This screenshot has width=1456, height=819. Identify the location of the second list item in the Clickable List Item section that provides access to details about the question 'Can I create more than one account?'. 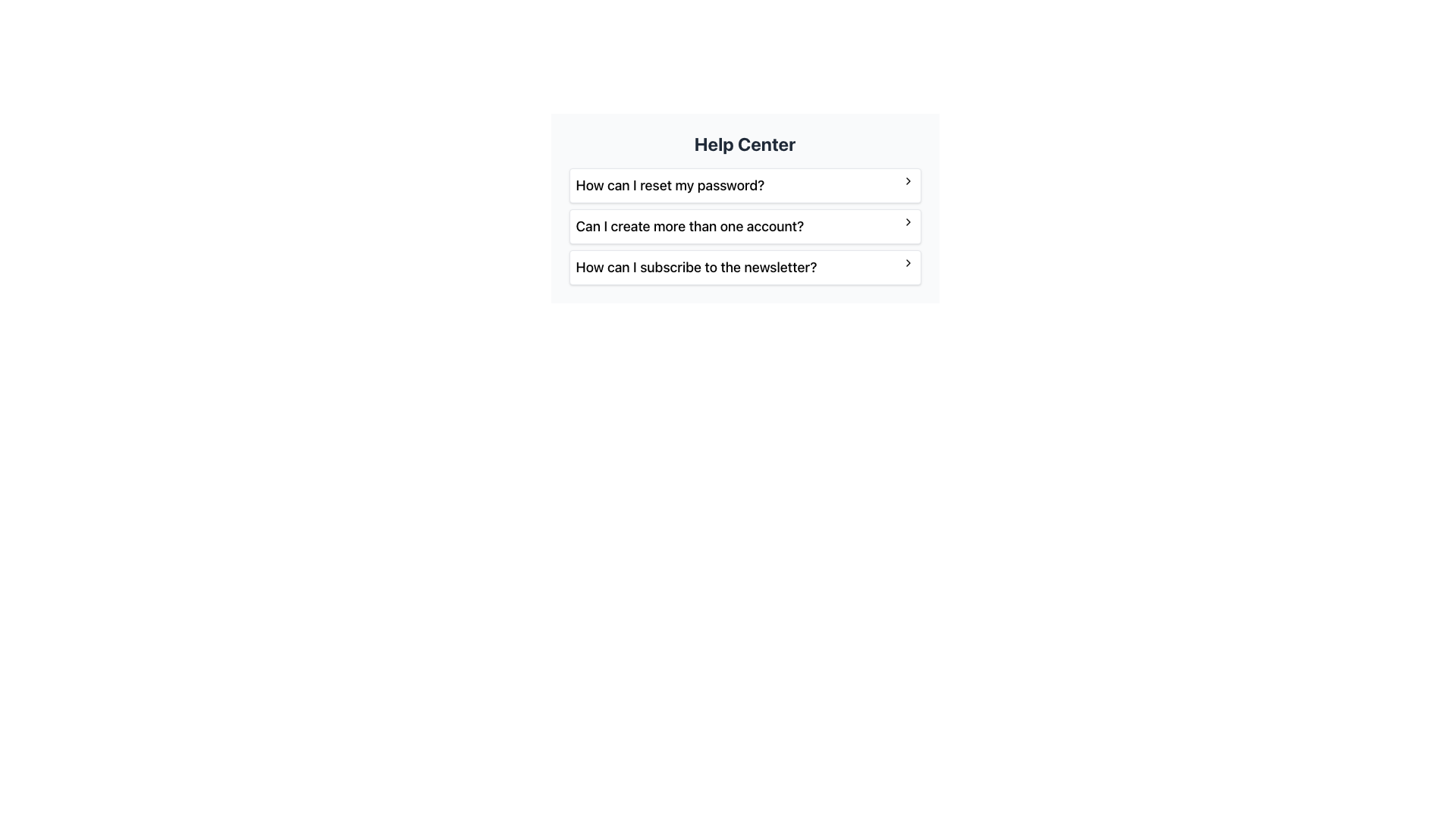
(745, 208).